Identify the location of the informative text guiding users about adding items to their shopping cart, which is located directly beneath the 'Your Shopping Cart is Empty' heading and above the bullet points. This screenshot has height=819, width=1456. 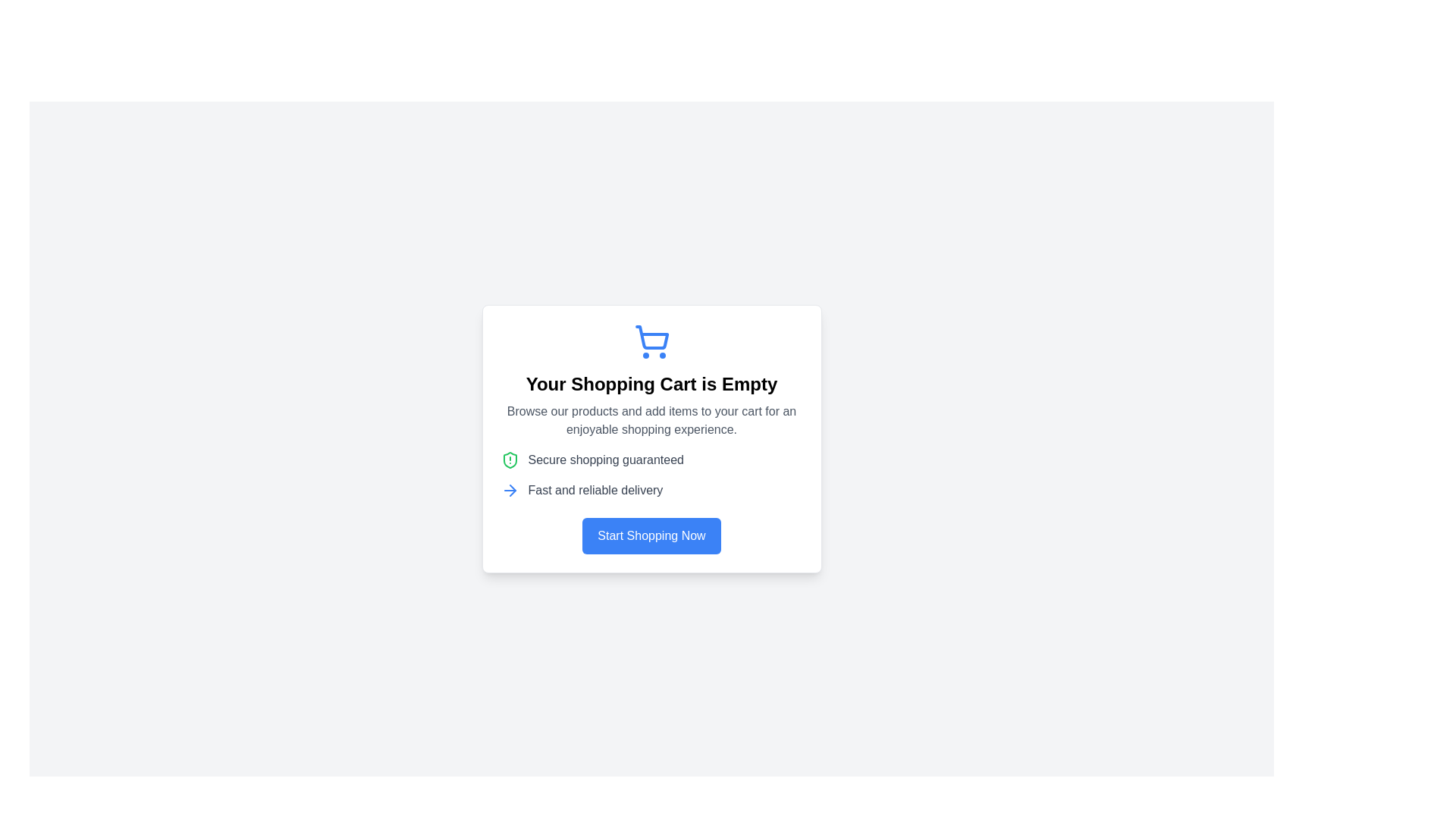
(651, 421).